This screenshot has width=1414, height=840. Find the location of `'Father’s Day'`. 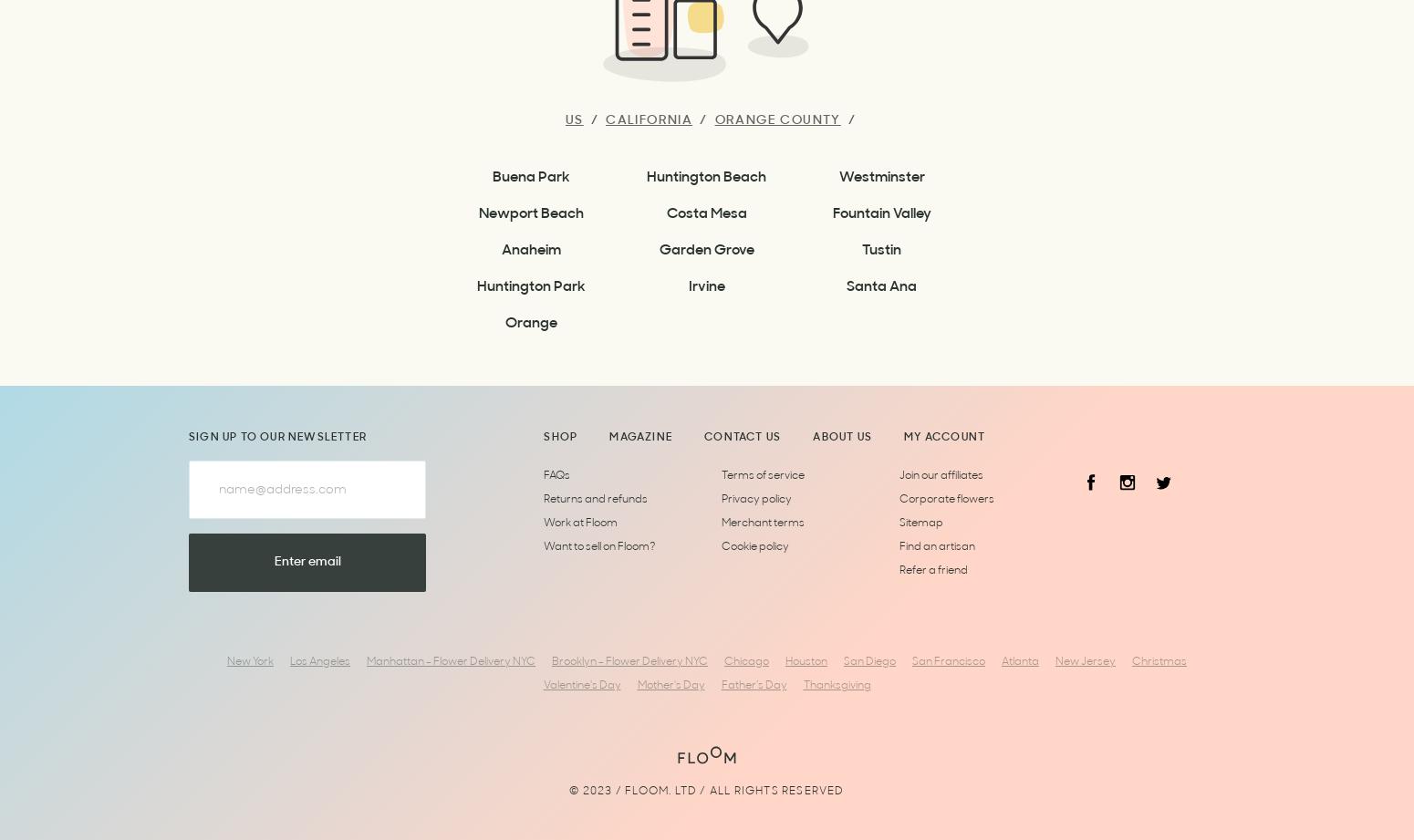

'Father’s Day' is located at coordinates (752, 685).